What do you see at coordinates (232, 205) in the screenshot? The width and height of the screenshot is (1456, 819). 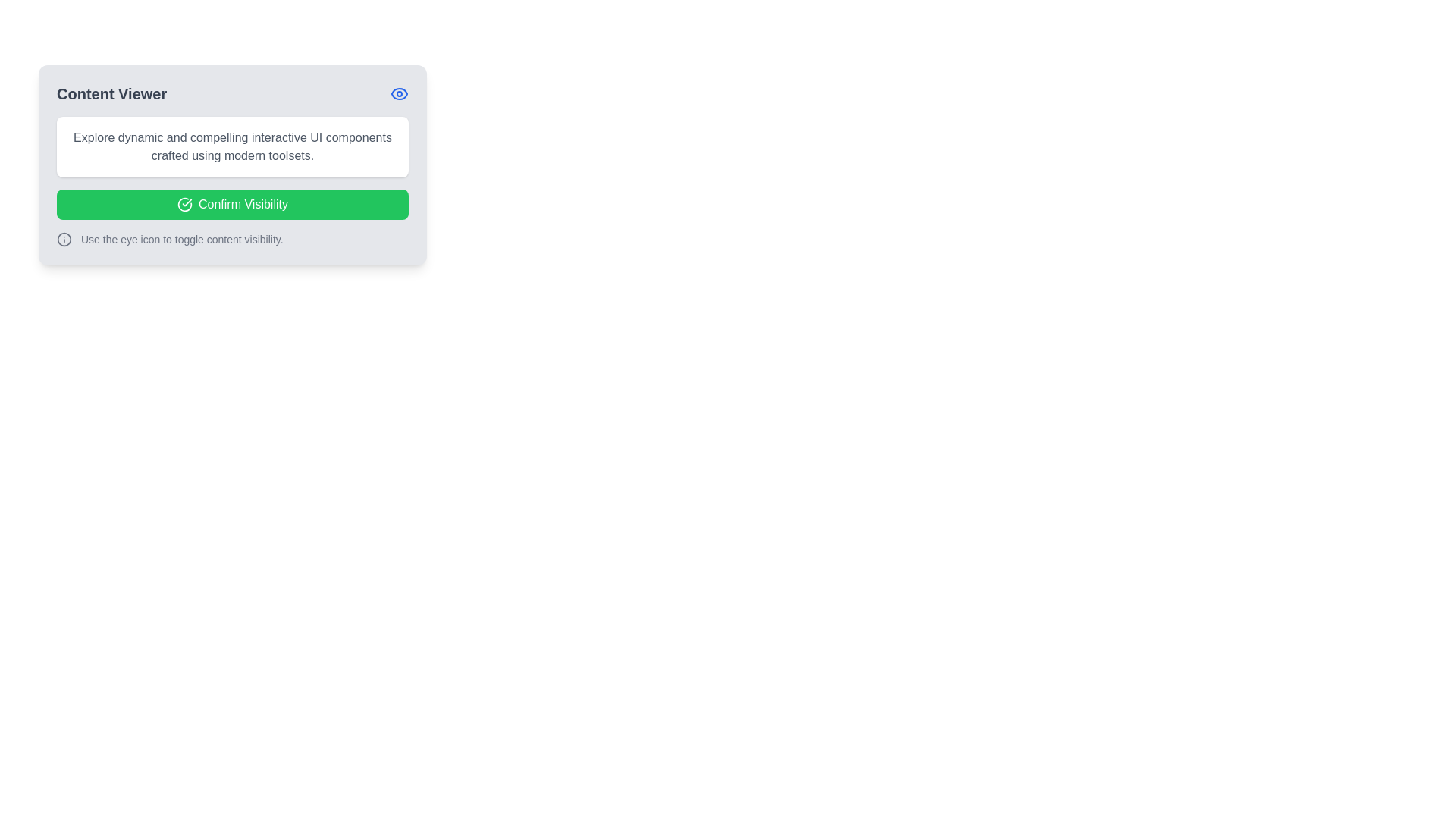 I see `the 'Confirm Visibility' label which contains the text 'Confirm Visibility' and a checkmark icon, indicating an affirmative action with a green background` at bounding box center [232, 205].